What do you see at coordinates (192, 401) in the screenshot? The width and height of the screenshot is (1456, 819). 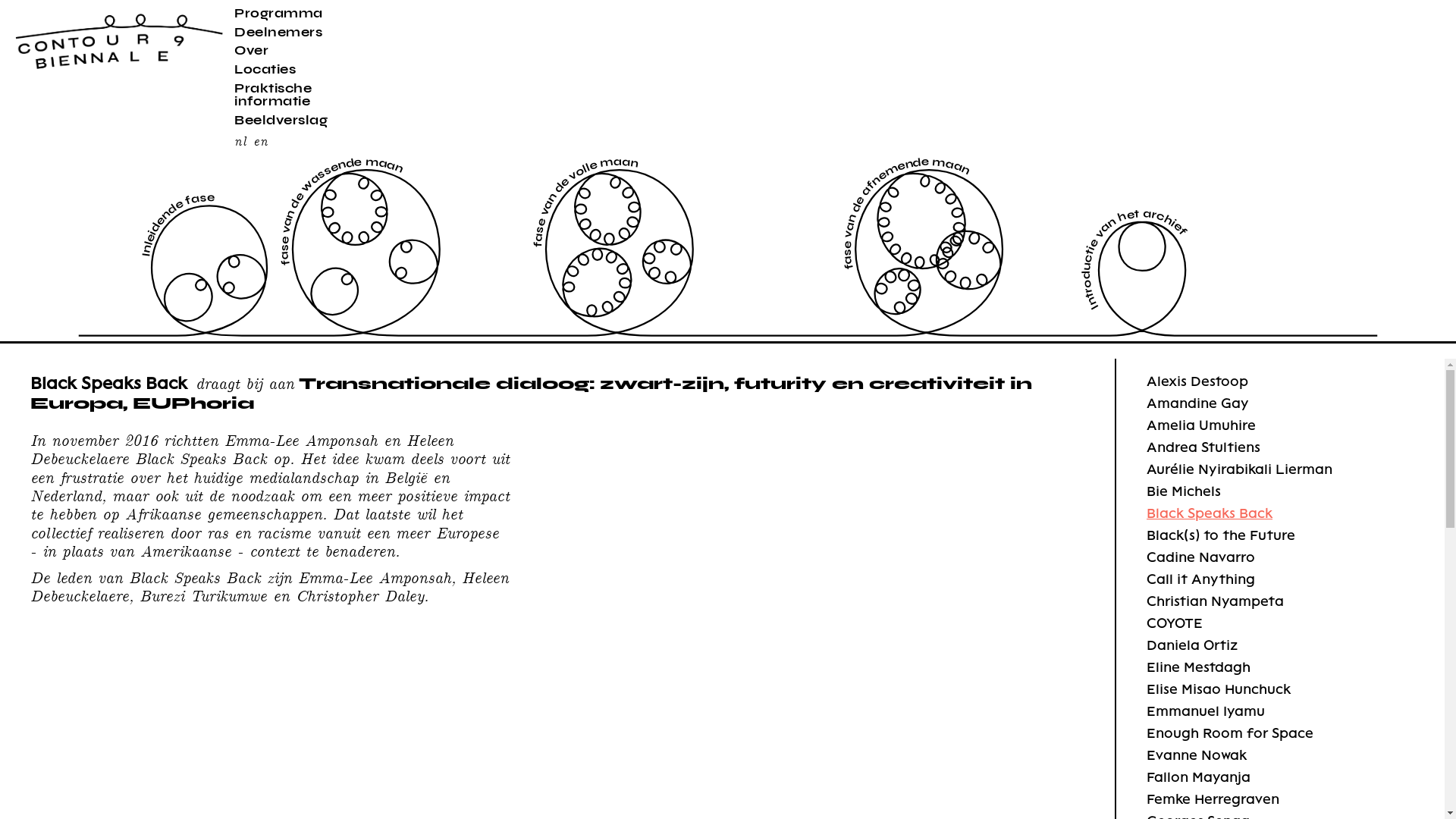 I see `'EUPhoria'` at bounding box center [192, 401].